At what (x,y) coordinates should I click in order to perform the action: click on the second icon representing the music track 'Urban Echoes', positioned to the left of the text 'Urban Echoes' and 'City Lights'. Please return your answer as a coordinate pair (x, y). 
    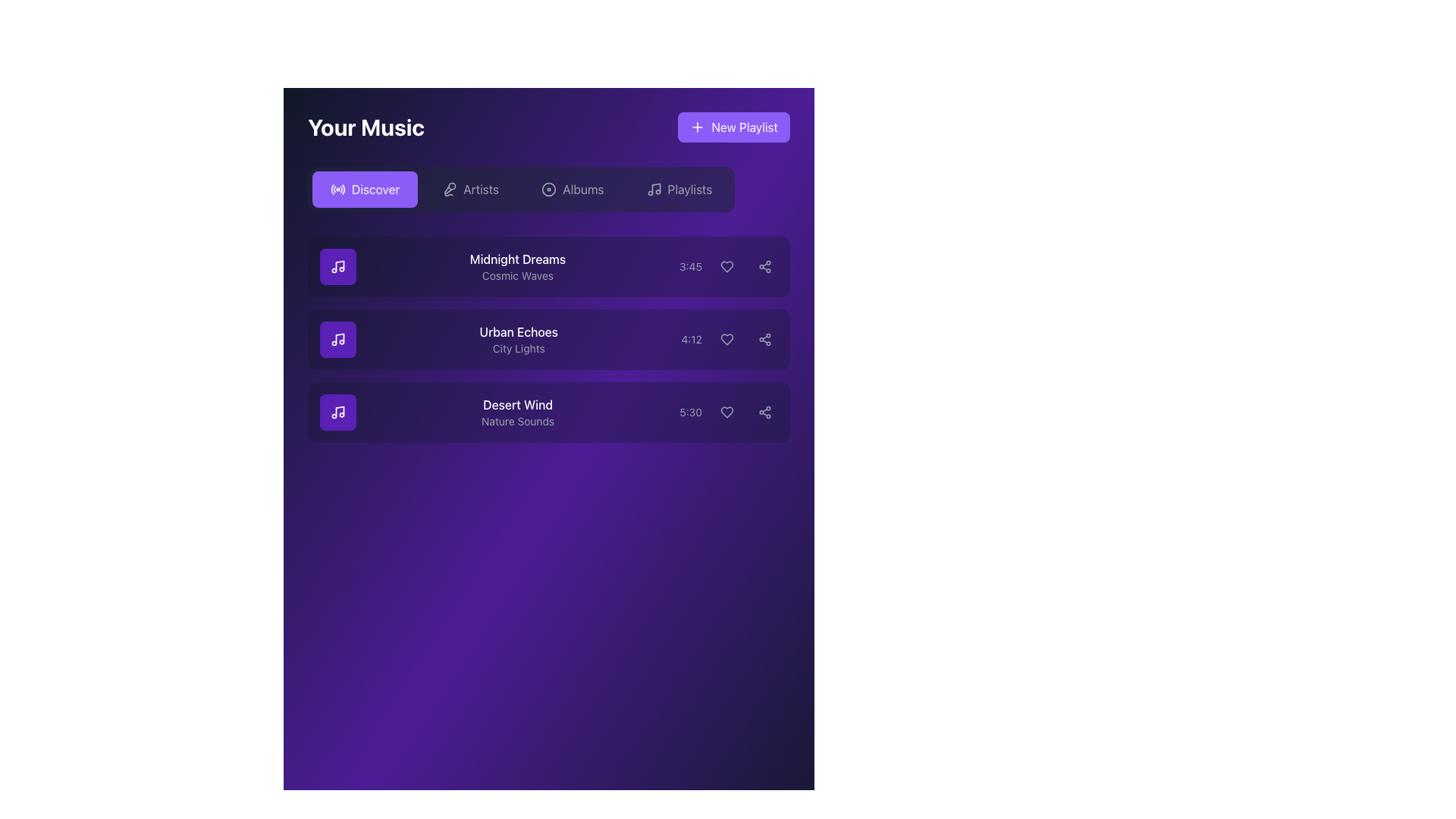
    Looking at the image, I should click on (337, 338).